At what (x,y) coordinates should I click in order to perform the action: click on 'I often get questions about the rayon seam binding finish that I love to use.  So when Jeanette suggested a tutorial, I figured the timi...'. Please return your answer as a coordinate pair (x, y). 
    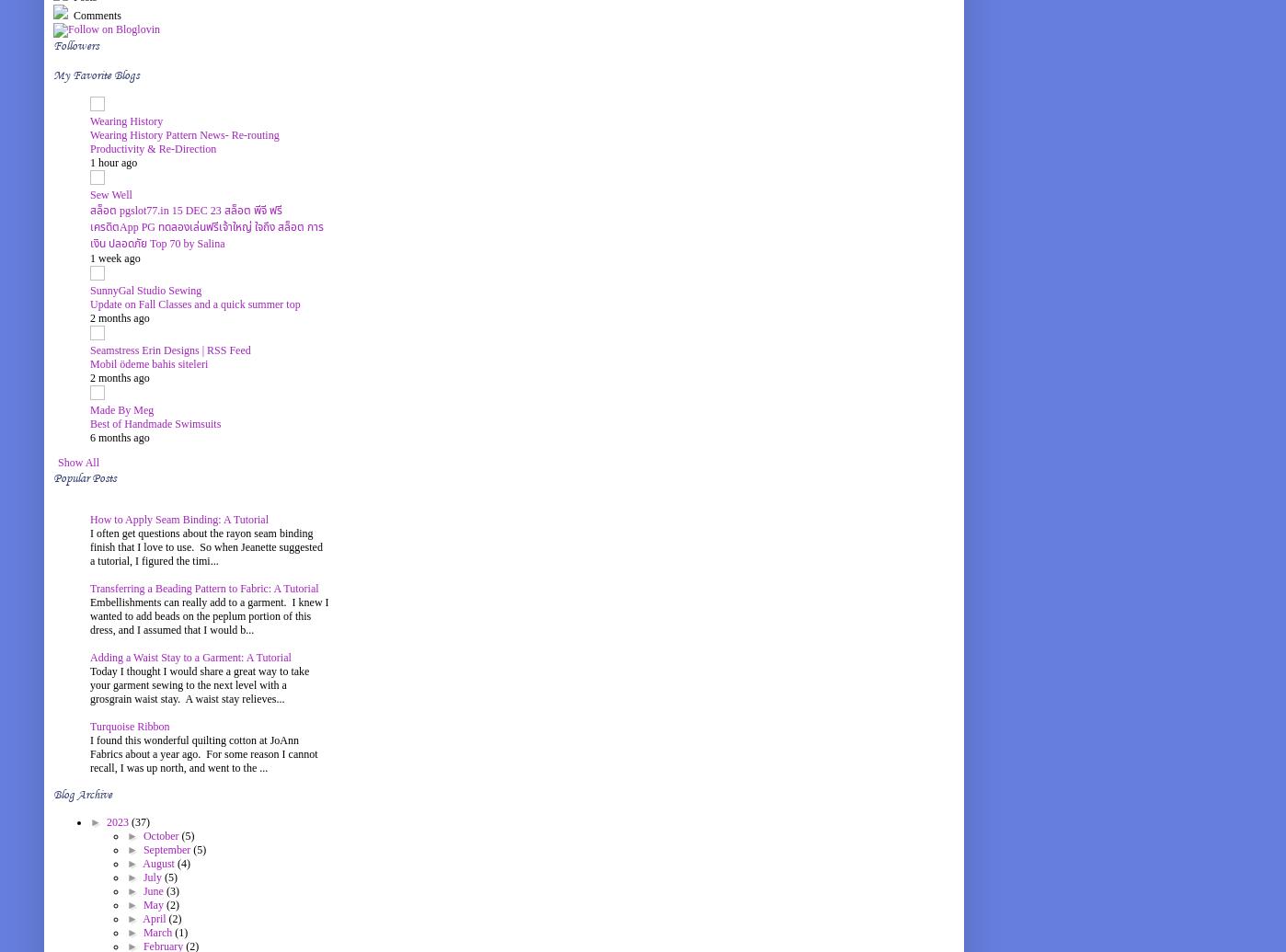
    Looking at the image, I should click on (205, 546).